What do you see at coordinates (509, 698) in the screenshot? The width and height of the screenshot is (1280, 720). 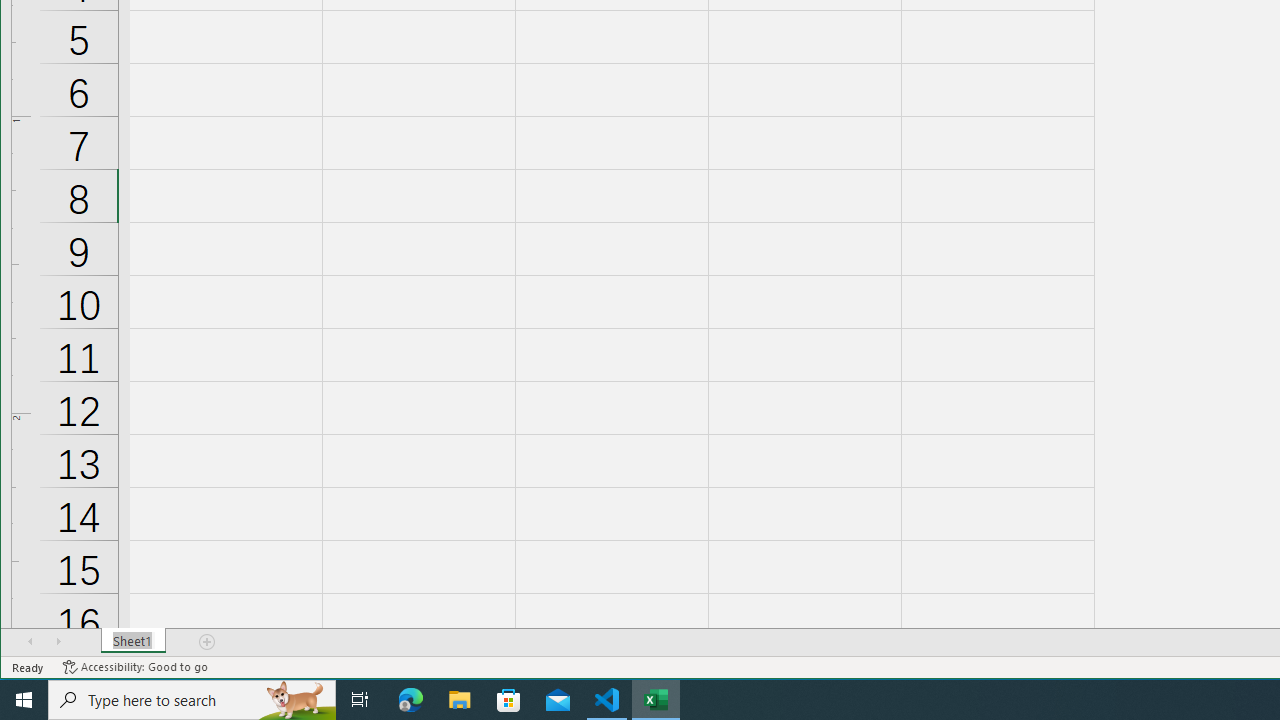 I see `'Microsoft Store'` at bounding box center [509, 698].